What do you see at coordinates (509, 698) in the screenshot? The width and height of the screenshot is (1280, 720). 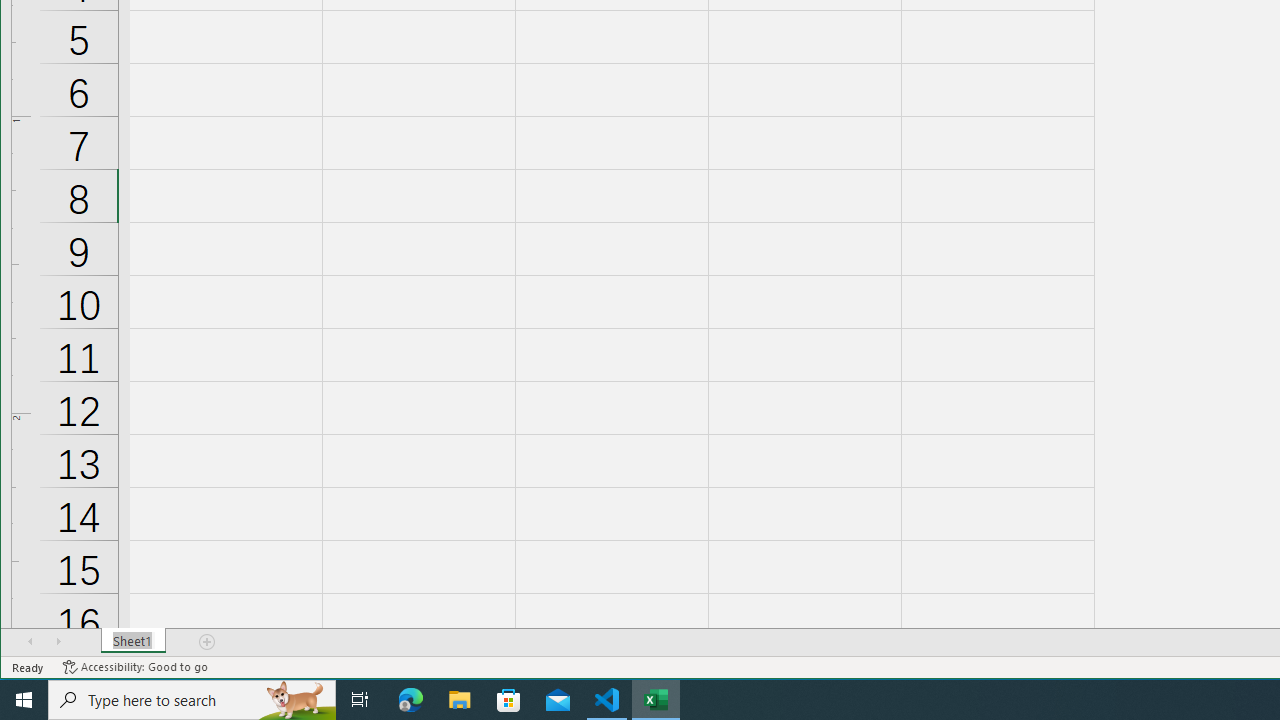 I see `'Microsoft Store'` at bounding box center [509, 698].